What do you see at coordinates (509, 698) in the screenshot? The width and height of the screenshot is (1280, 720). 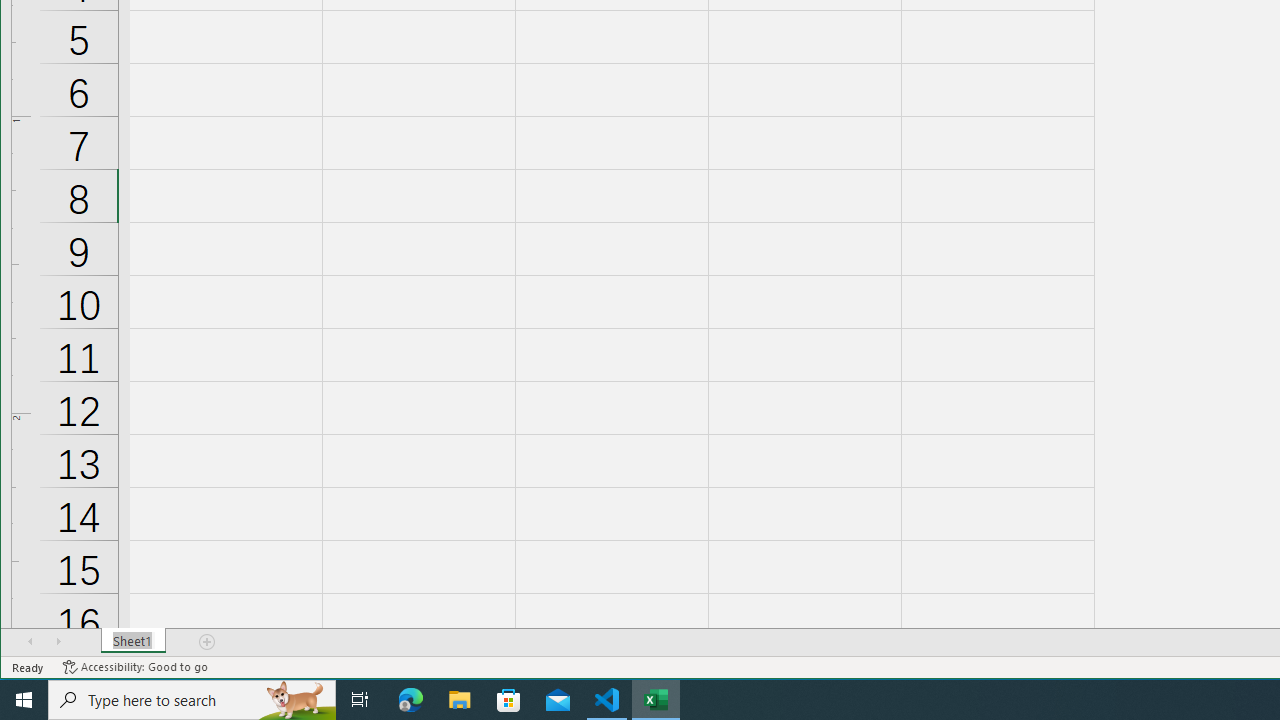 I see `'Microsoft Store'` at bounding box center [509, 698].